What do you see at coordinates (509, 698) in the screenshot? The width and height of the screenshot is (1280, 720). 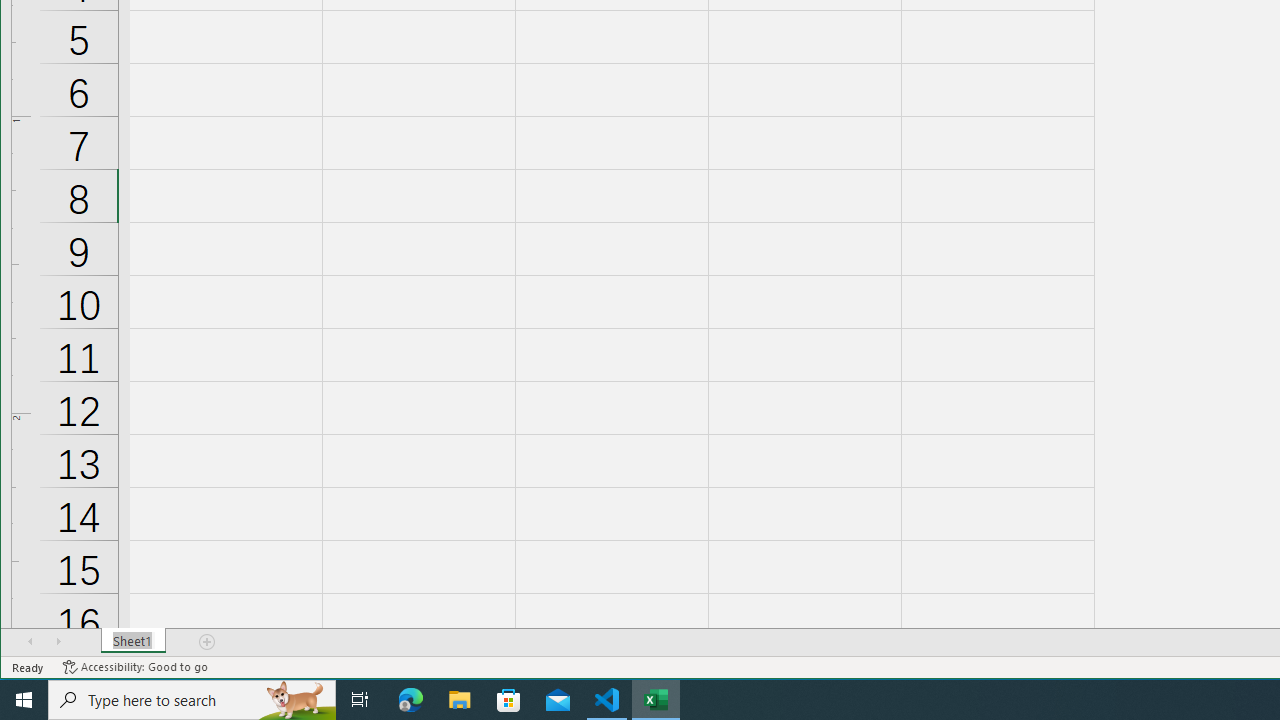 I see `'Microsoft Store'` at bounding box center [509, 698].